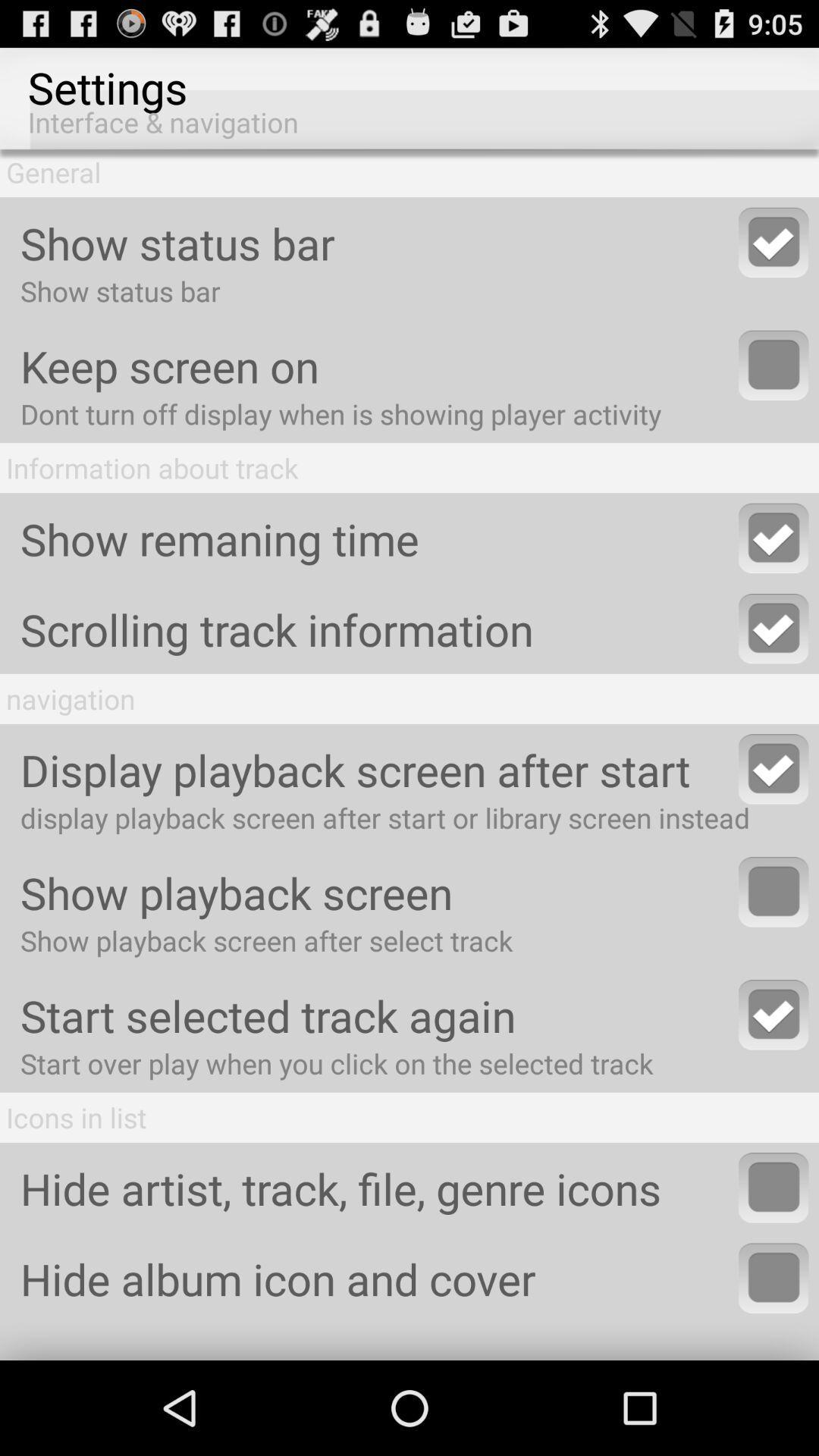  I want to click on activate this option, so click(773, 365).